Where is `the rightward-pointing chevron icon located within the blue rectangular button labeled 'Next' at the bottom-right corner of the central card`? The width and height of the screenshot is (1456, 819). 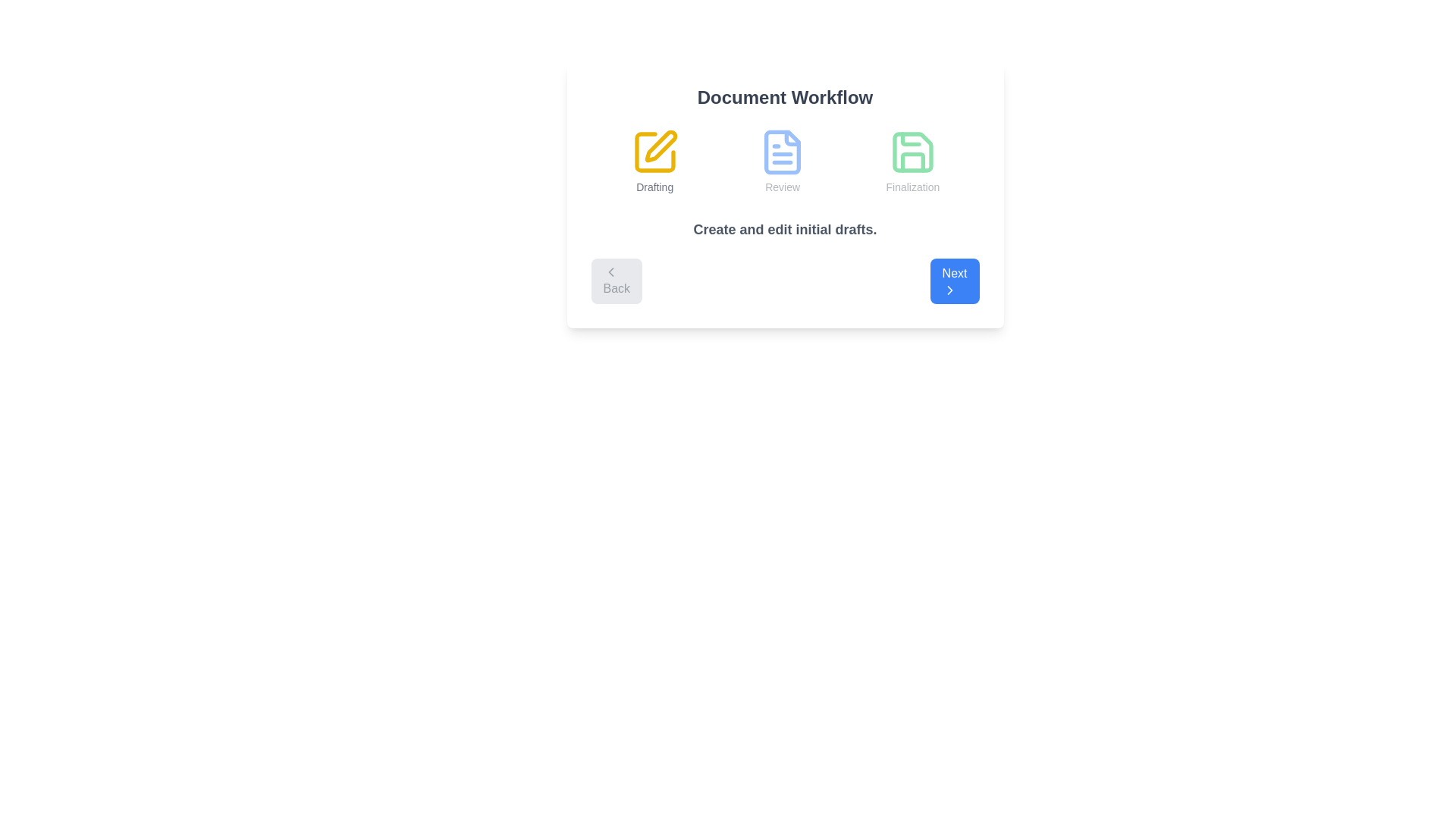 the rightward-pointing chevron icon located within the blue rectangular button labeled 'Next' at the bottom-right corner of the central card is located at coordinates (949, 290).